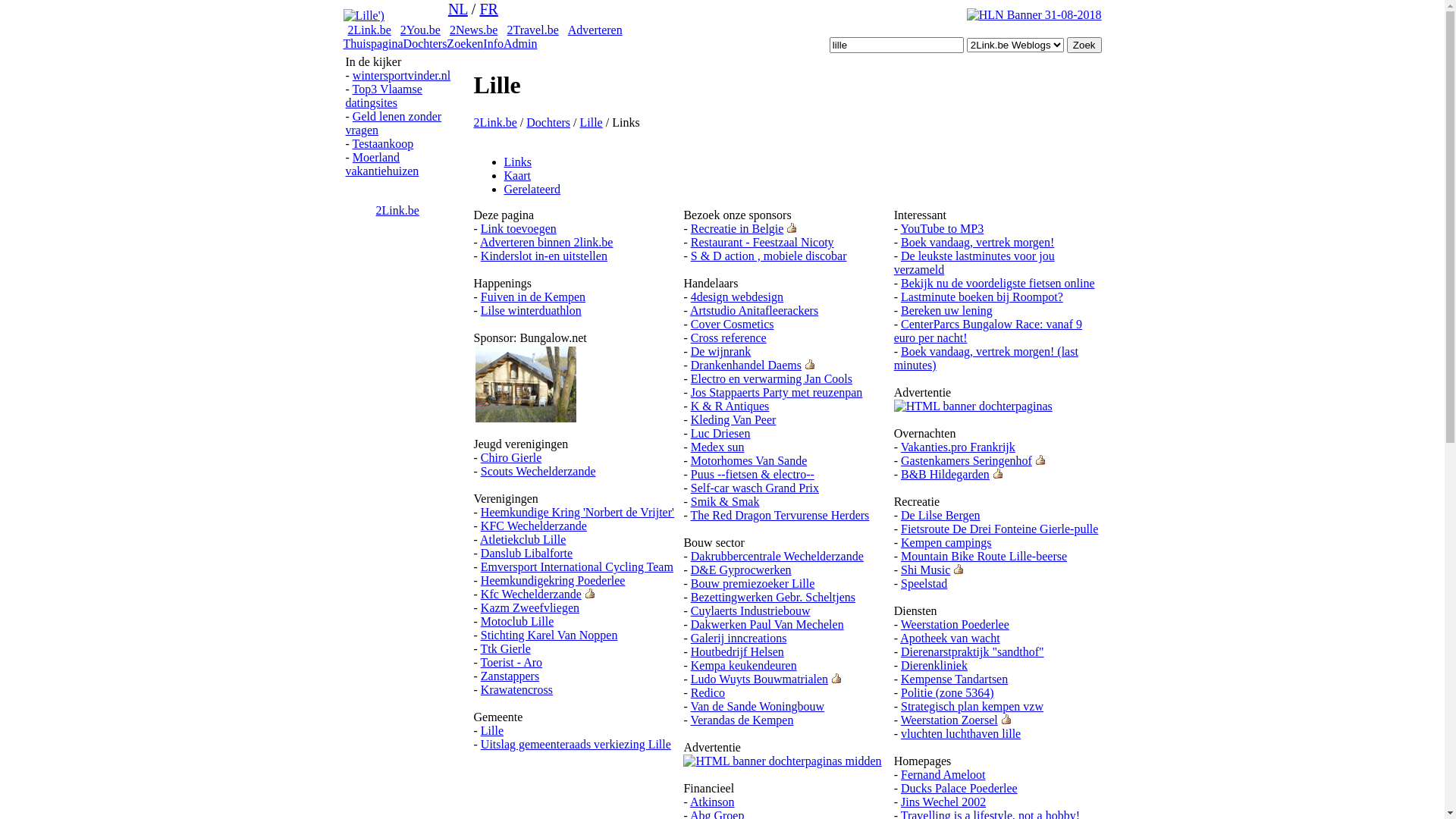 The height and width of the screenshot is (819, 1456). Describe the element at coordinates (548, 635) in the screenshot. I see `'Stichting Karel Van Noppen'` at that location.